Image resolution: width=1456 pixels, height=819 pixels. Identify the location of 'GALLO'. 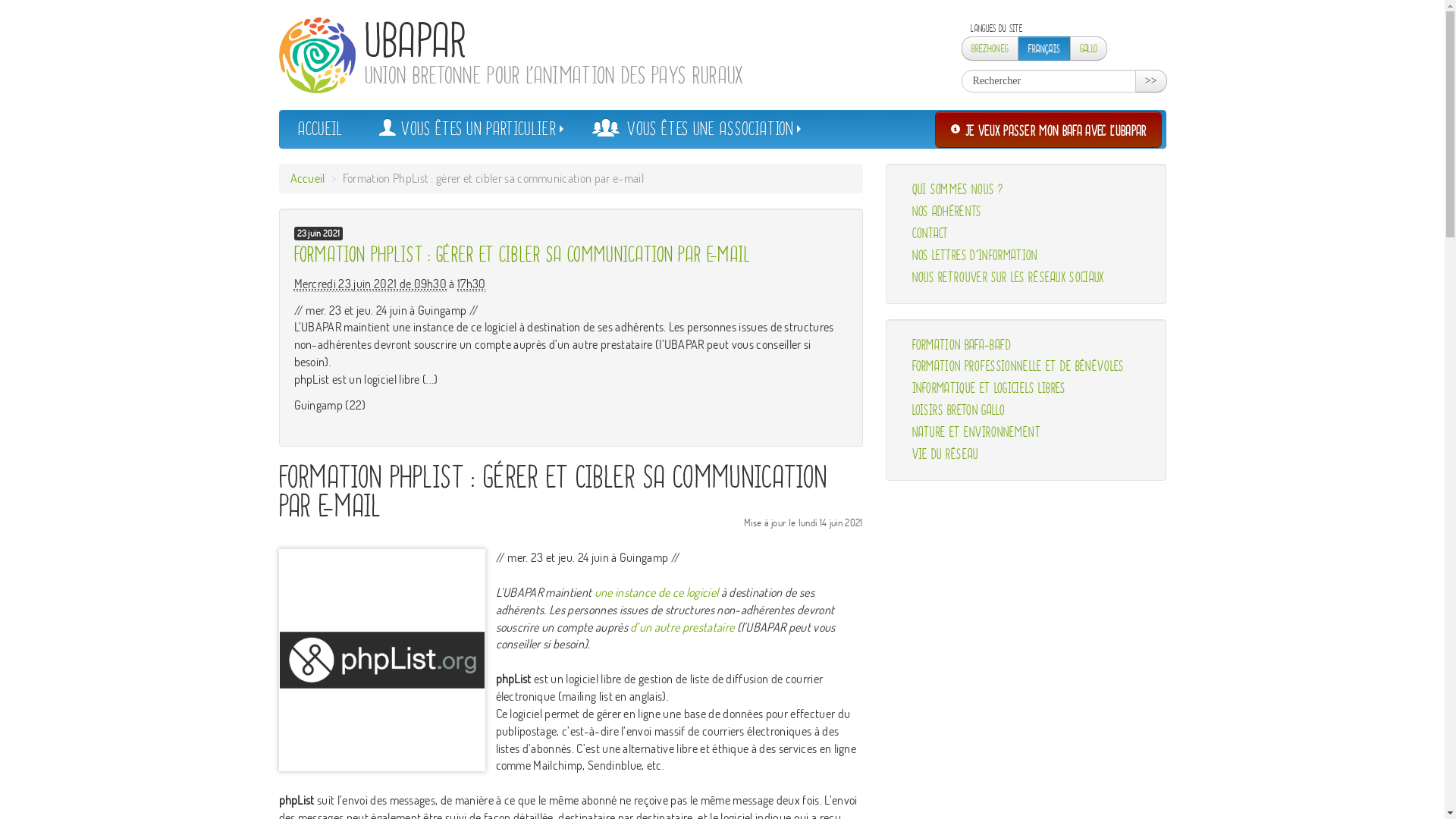
(1087, 48).